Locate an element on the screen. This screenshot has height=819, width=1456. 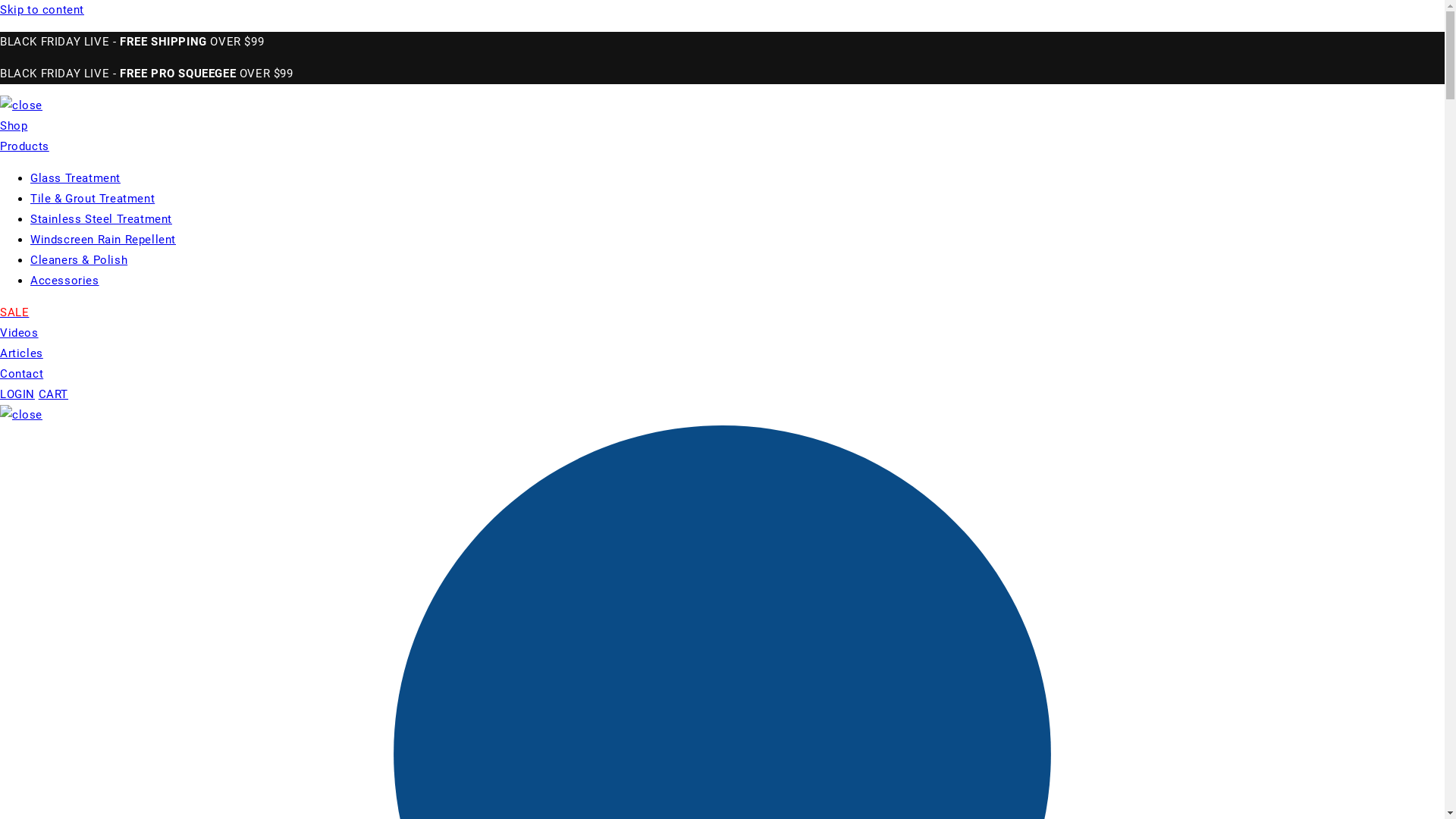
'Accessories' is located at coordinates (64, 281).